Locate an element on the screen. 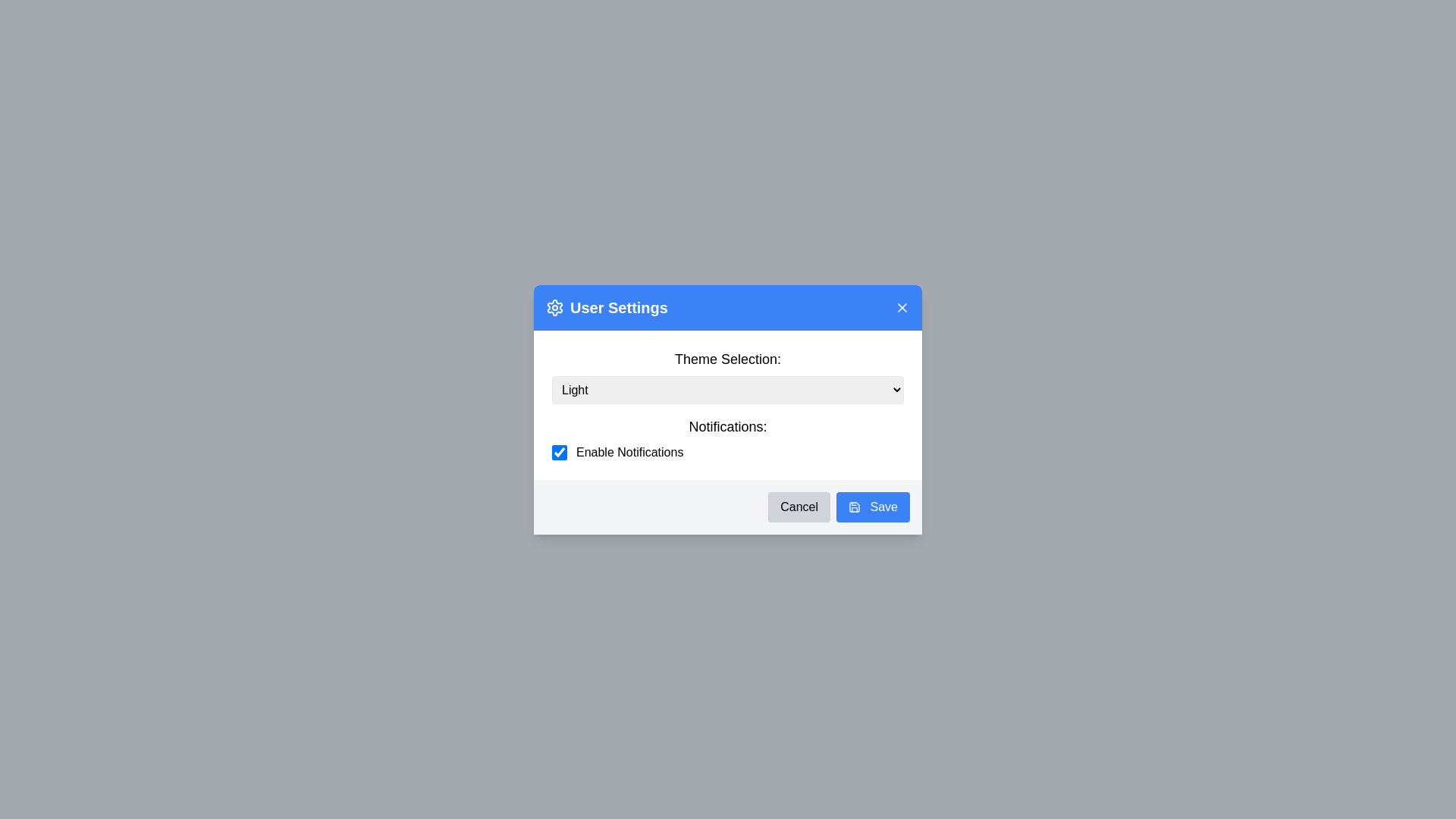 The height and width of the screenshot is (819, 1456). the close button located in the top-right corner of the 'User Settings' dialog header to indicate interactivity is located at coordinates (902, 307).